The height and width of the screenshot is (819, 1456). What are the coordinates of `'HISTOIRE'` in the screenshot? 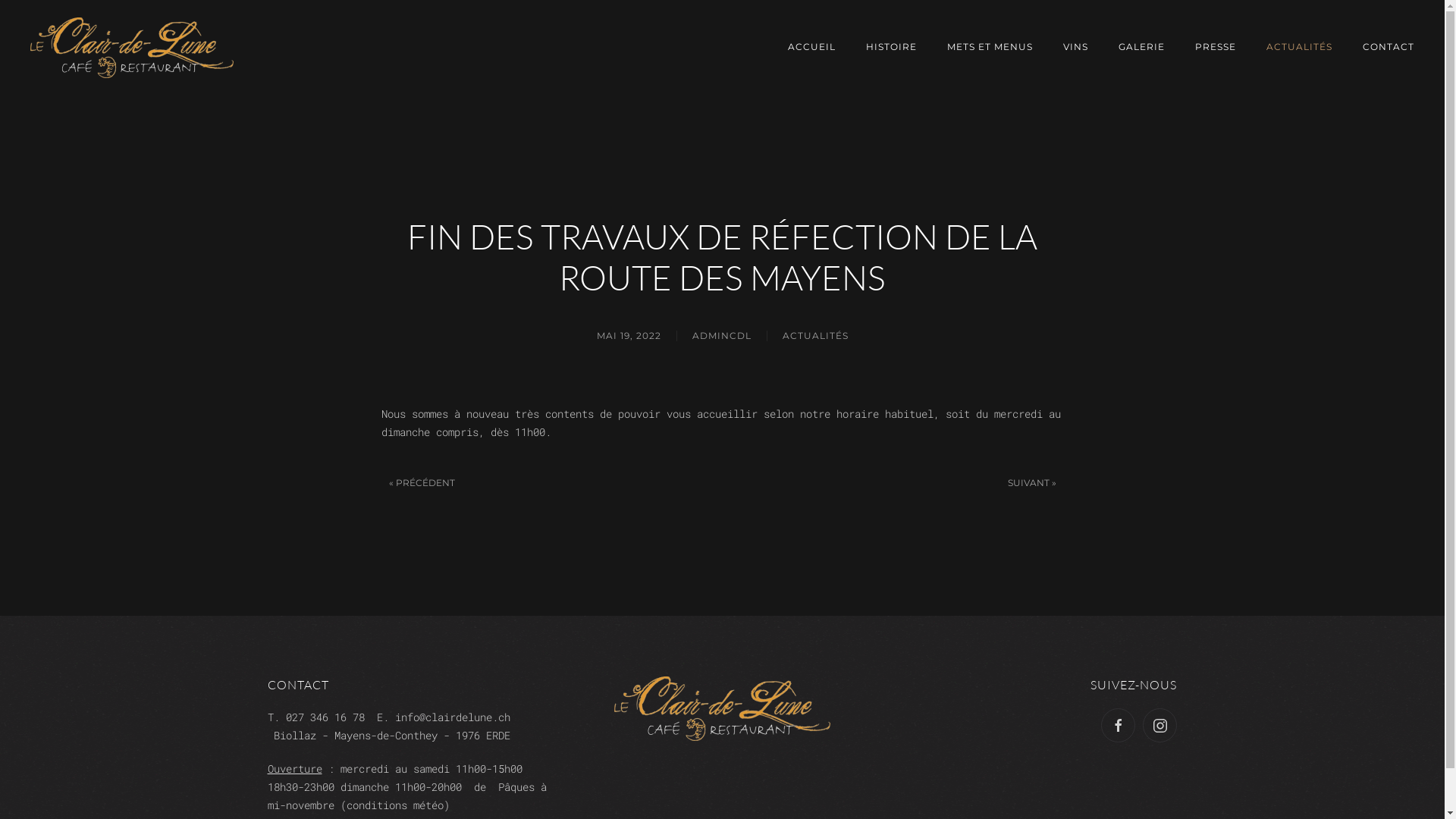 It's located at (866, 46).